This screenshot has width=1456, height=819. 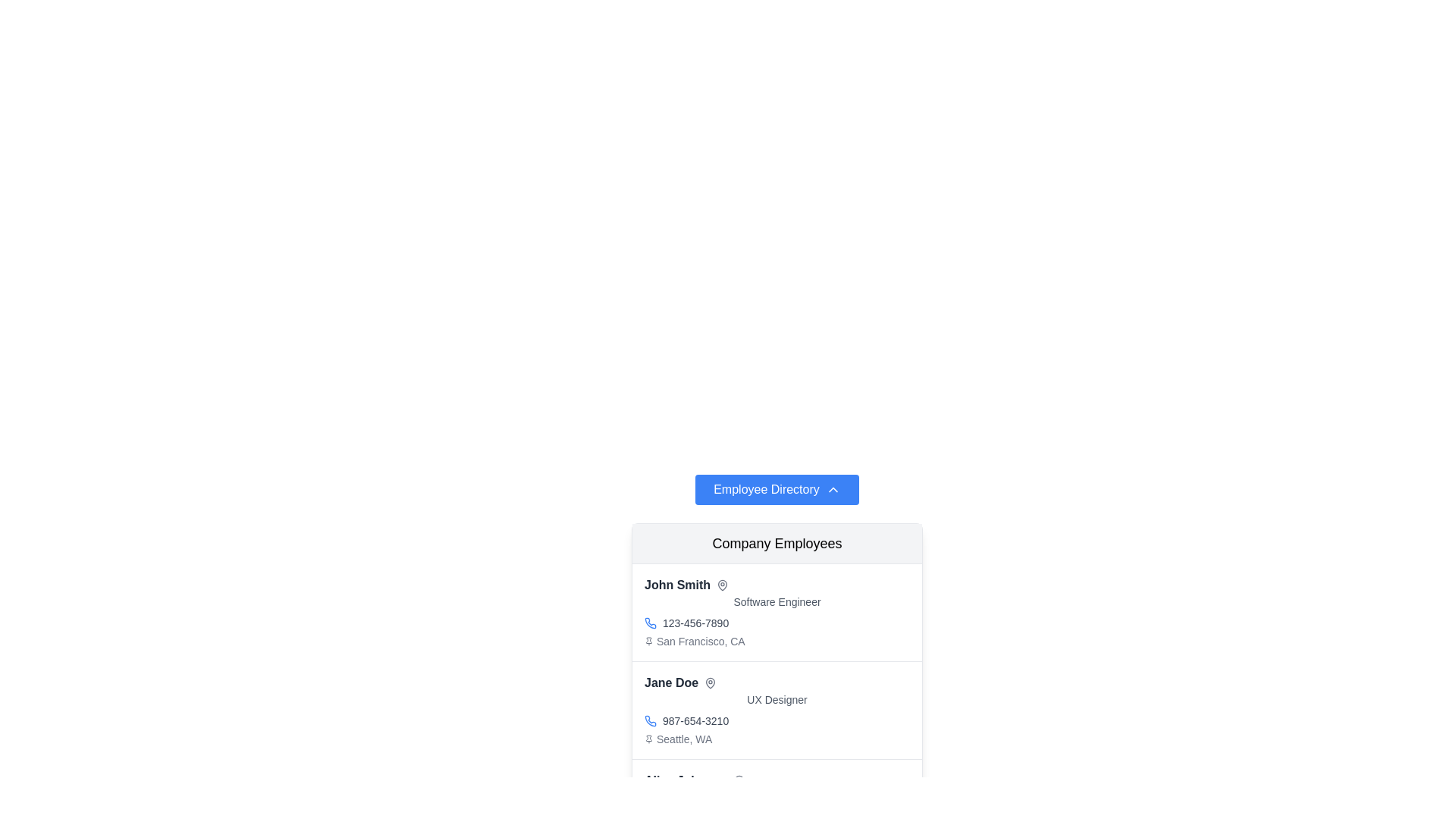 What do you see at coordinates (777, 543) in the screenshot?
I see `the static text label displaying 'Company Employees' at the top of the 'Employee Directory' dropdown panel` at bounding box center [777, 543].